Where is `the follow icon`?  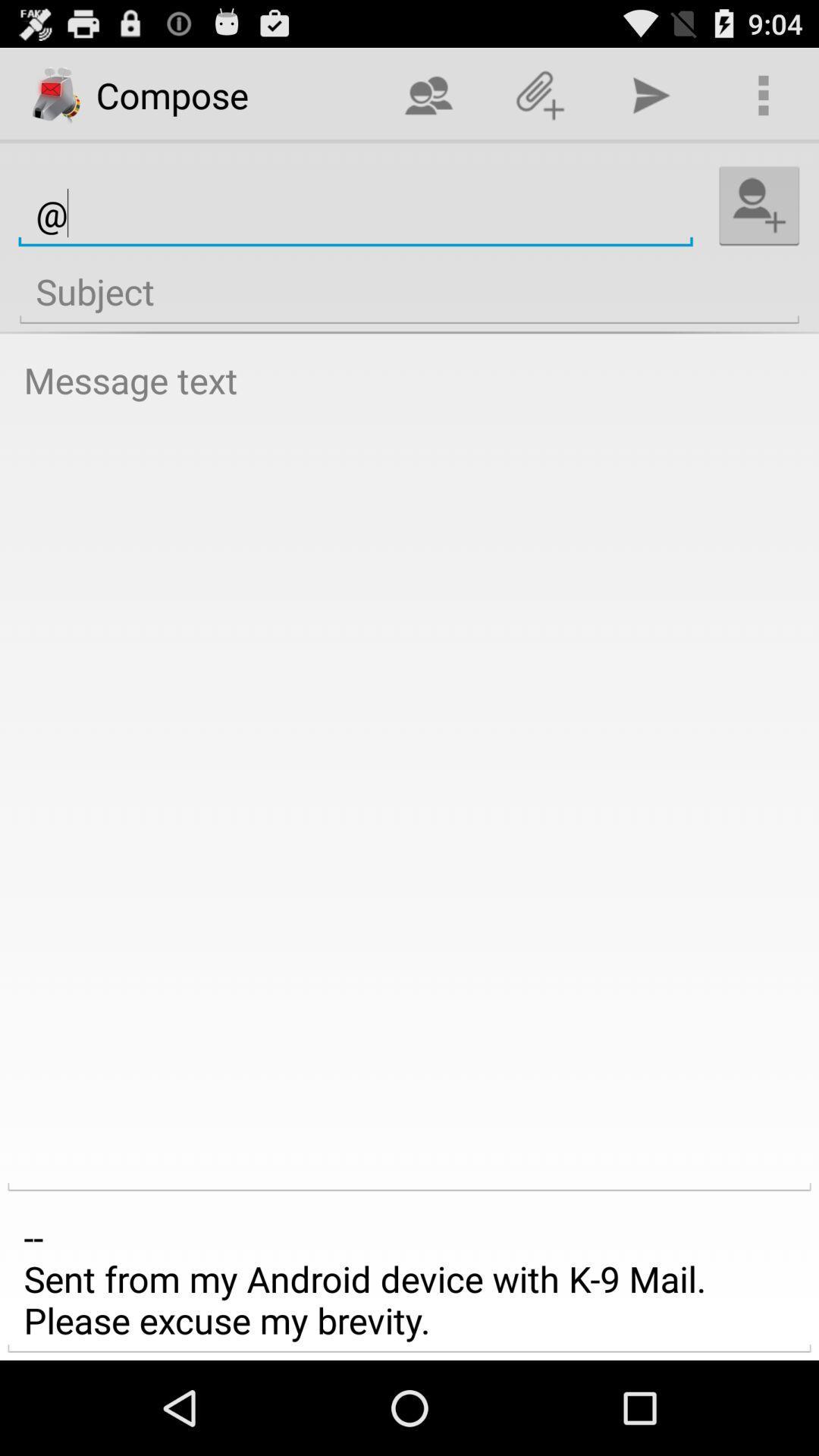
the follow icon is located at coordinates (759, 218).